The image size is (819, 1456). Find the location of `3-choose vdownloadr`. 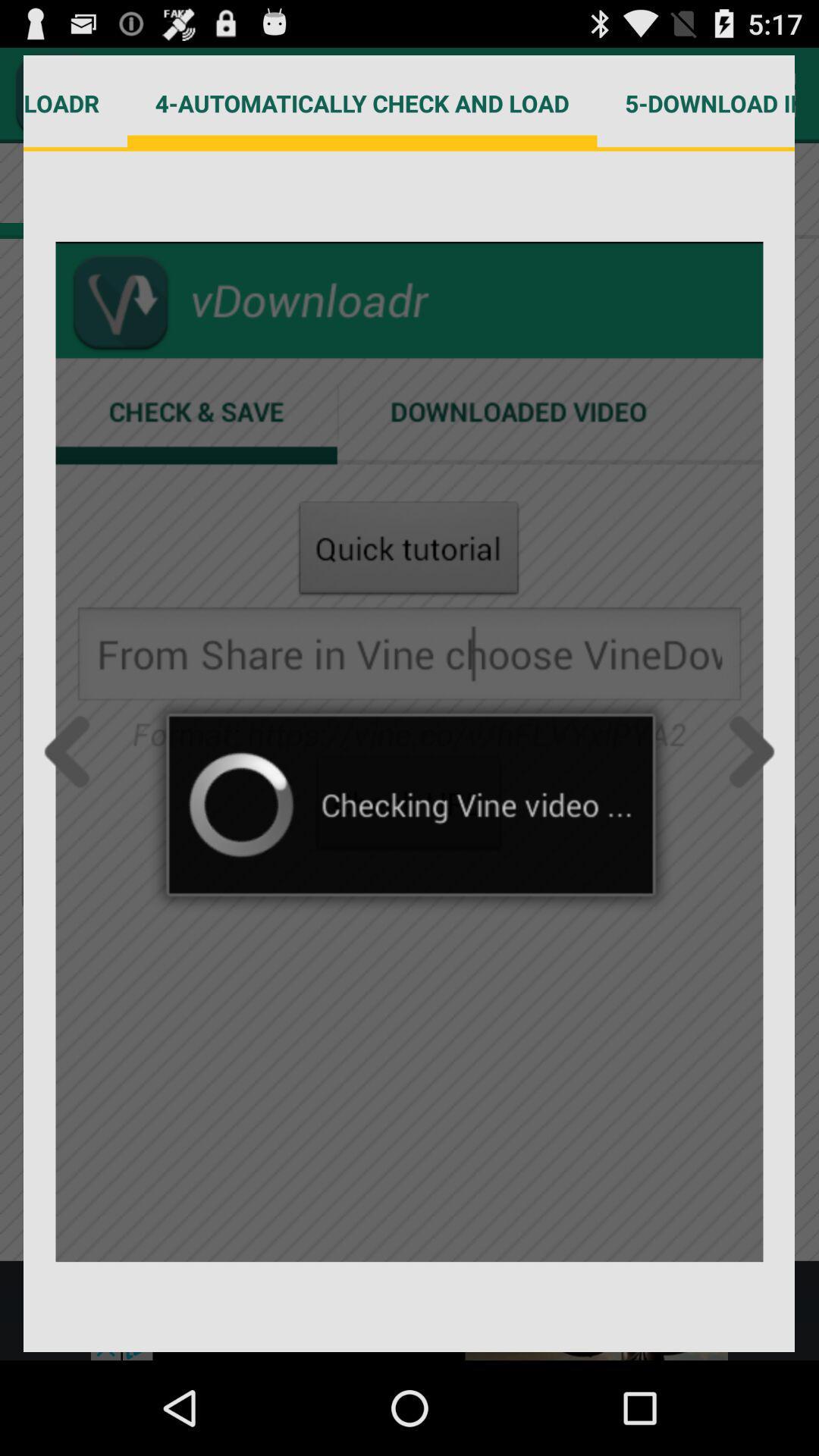

3-choose vdownloadr is located at coordinates (75, 102).